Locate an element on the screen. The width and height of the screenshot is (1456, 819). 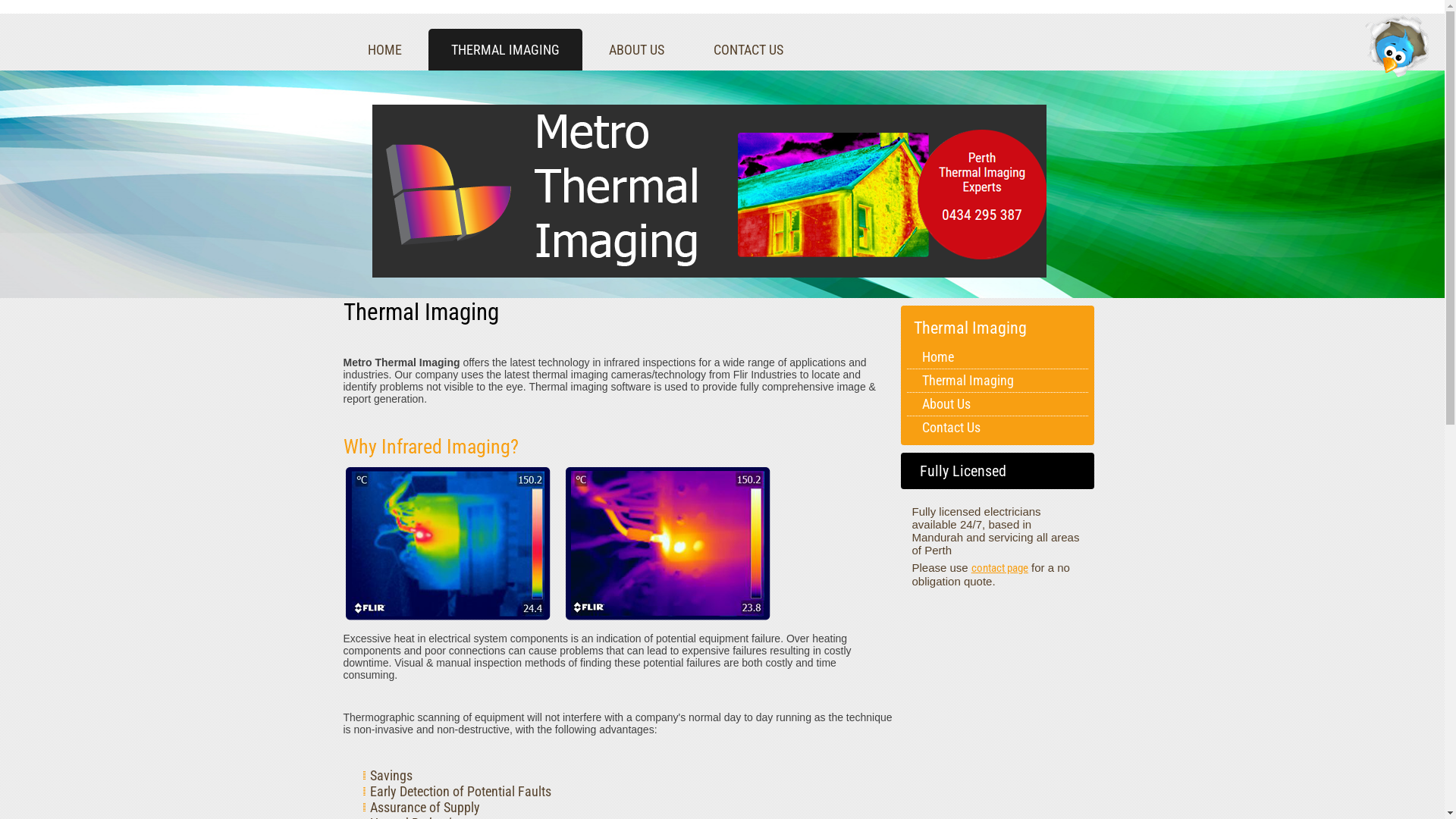
'ABOUT US' is located at coordinates (635, 49).